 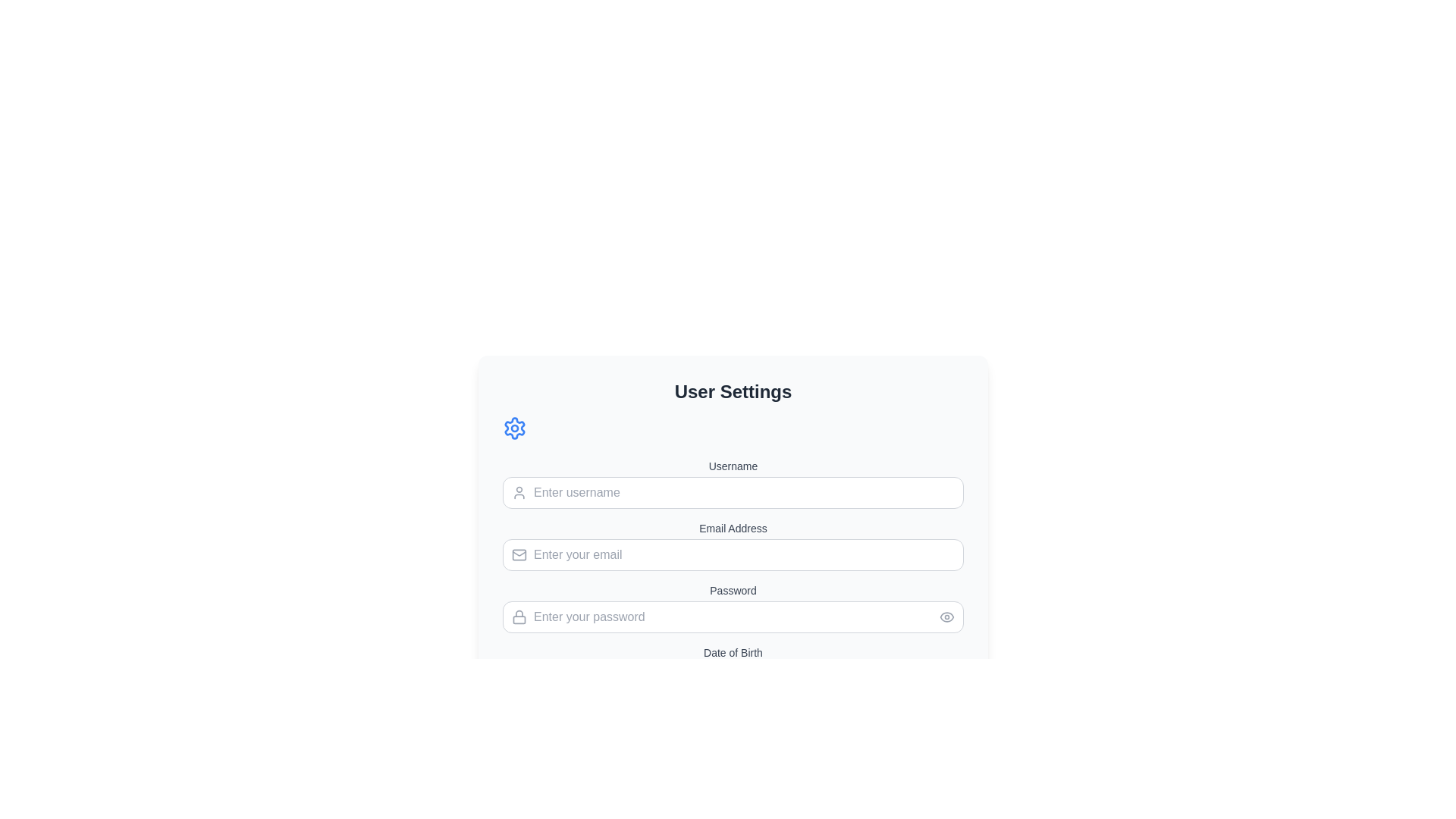 What do you see at coordinates (733, 651) in the screenshot?
I see `the text label indicating the date of birth input field, which is positioned just above the date picker input field in the form layout` at bounding box center [733, 651].